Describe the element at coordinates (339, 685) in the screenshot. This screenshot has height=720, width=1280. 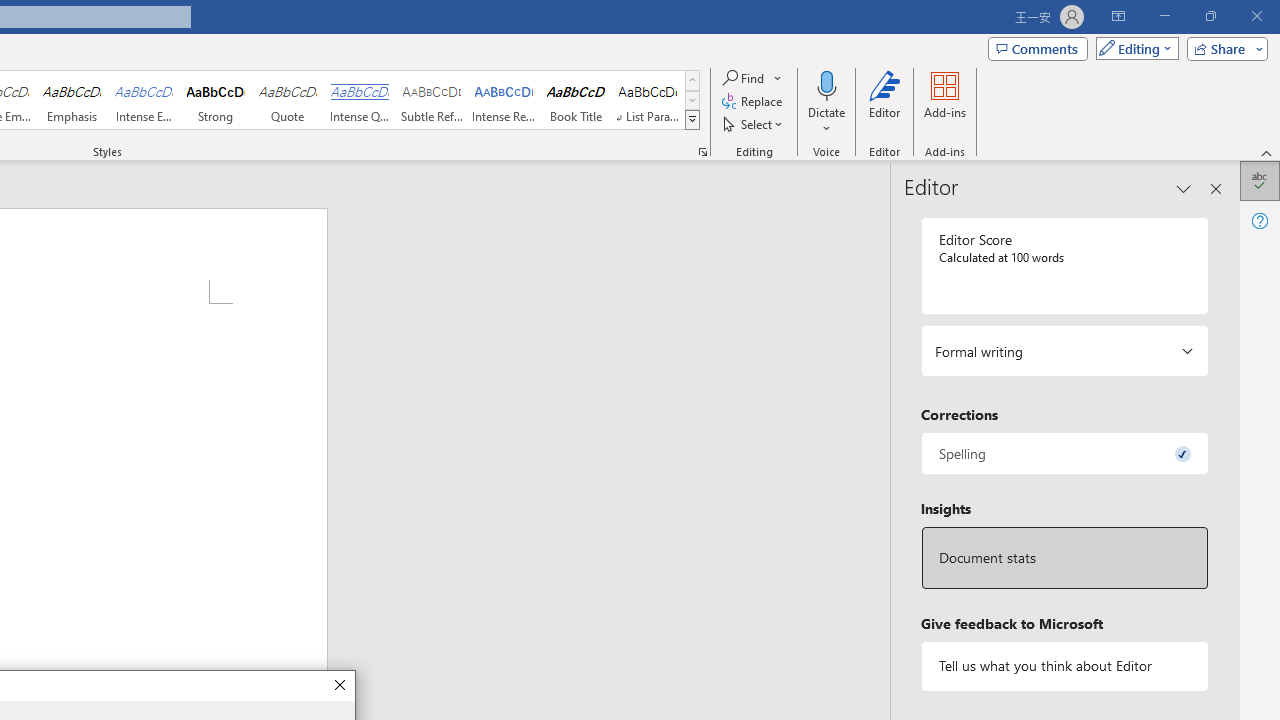
I see `'Close'` at that location.